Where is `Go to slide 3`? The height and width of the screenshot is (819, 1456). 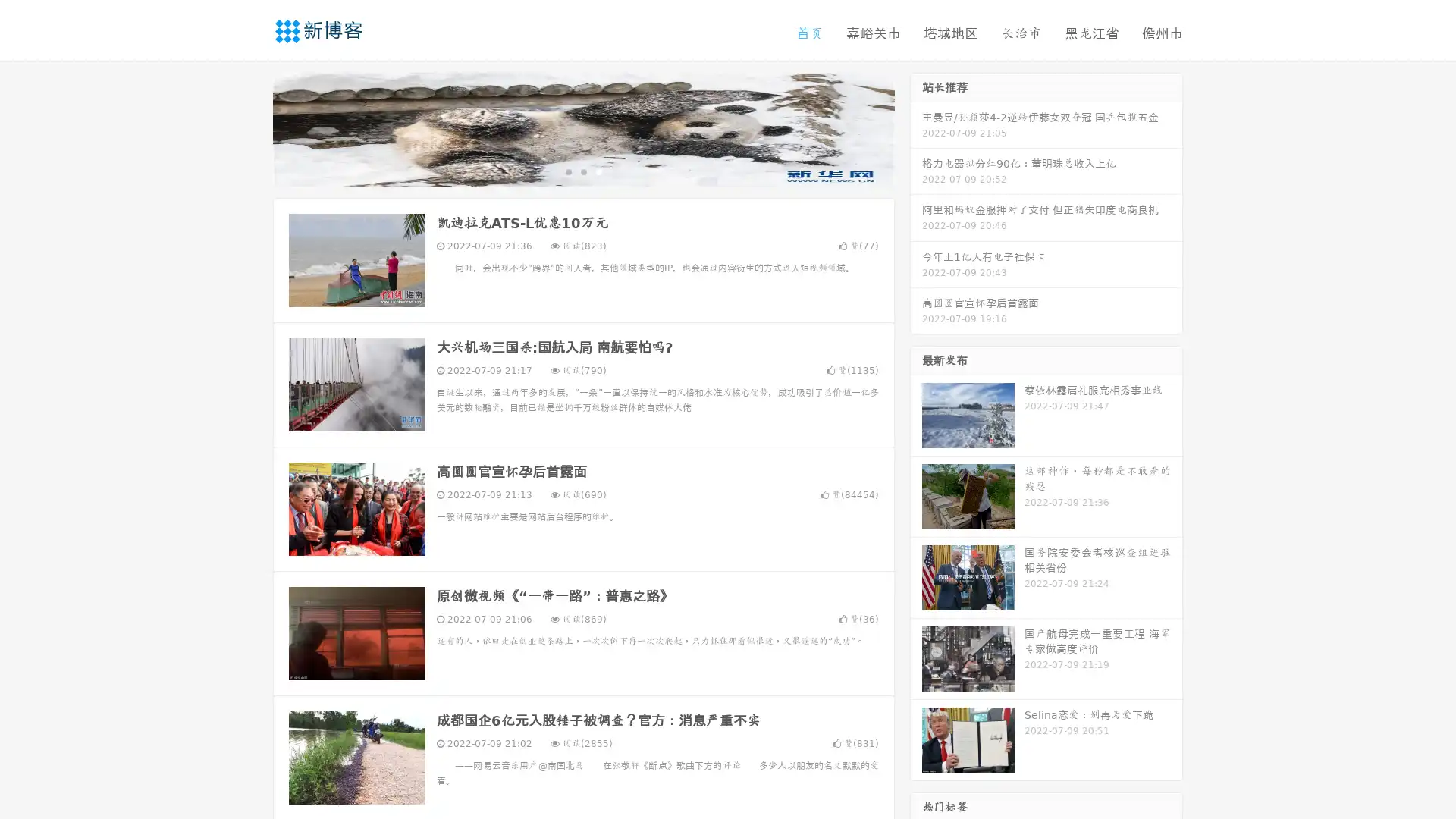
Go to slide 3 is located at coordinates (598, 171).